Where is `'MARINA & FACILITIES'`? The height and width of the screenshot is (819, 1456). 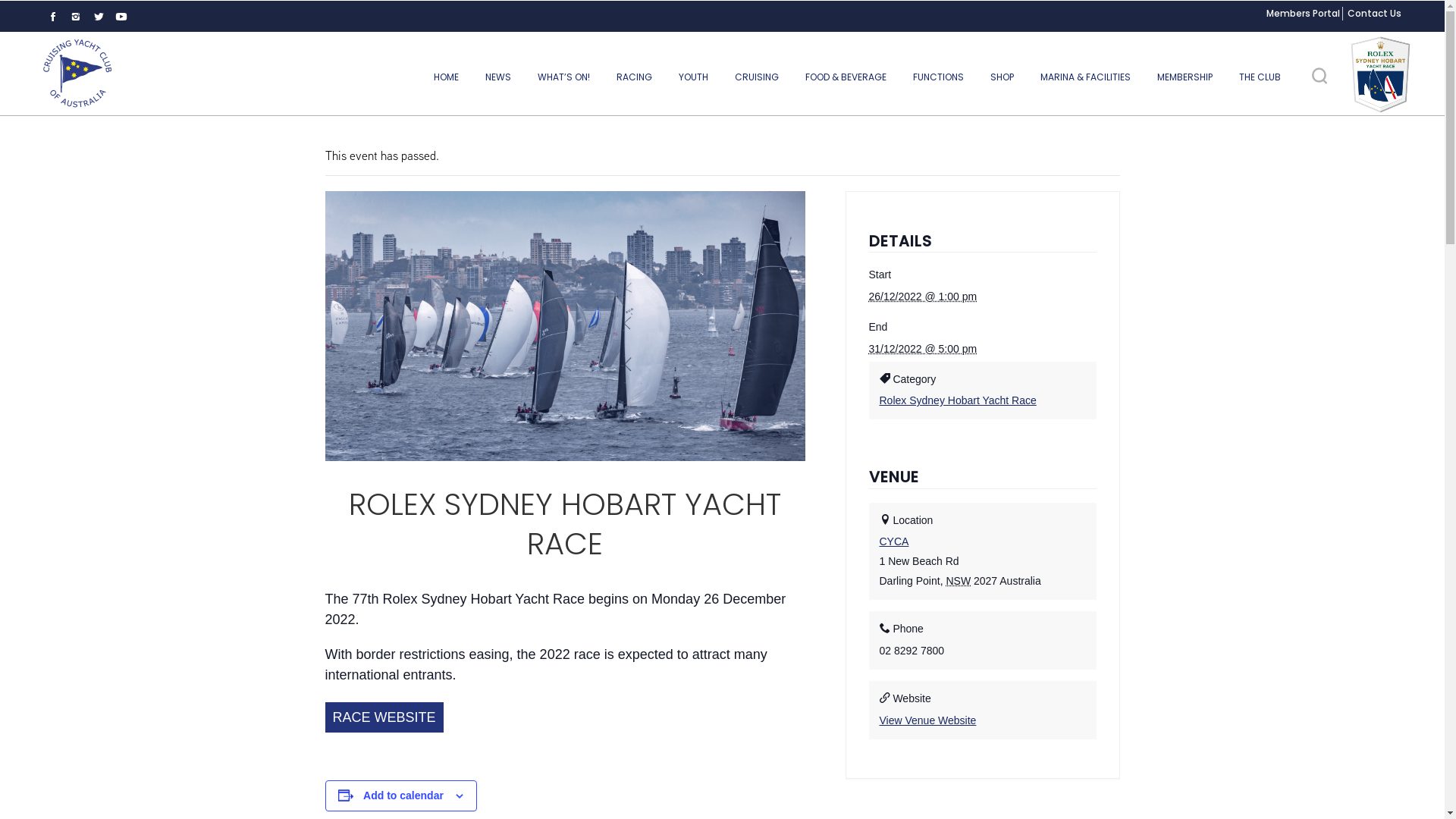 'MARINA & FACILITIES' is located at coordinates (1028, 77).